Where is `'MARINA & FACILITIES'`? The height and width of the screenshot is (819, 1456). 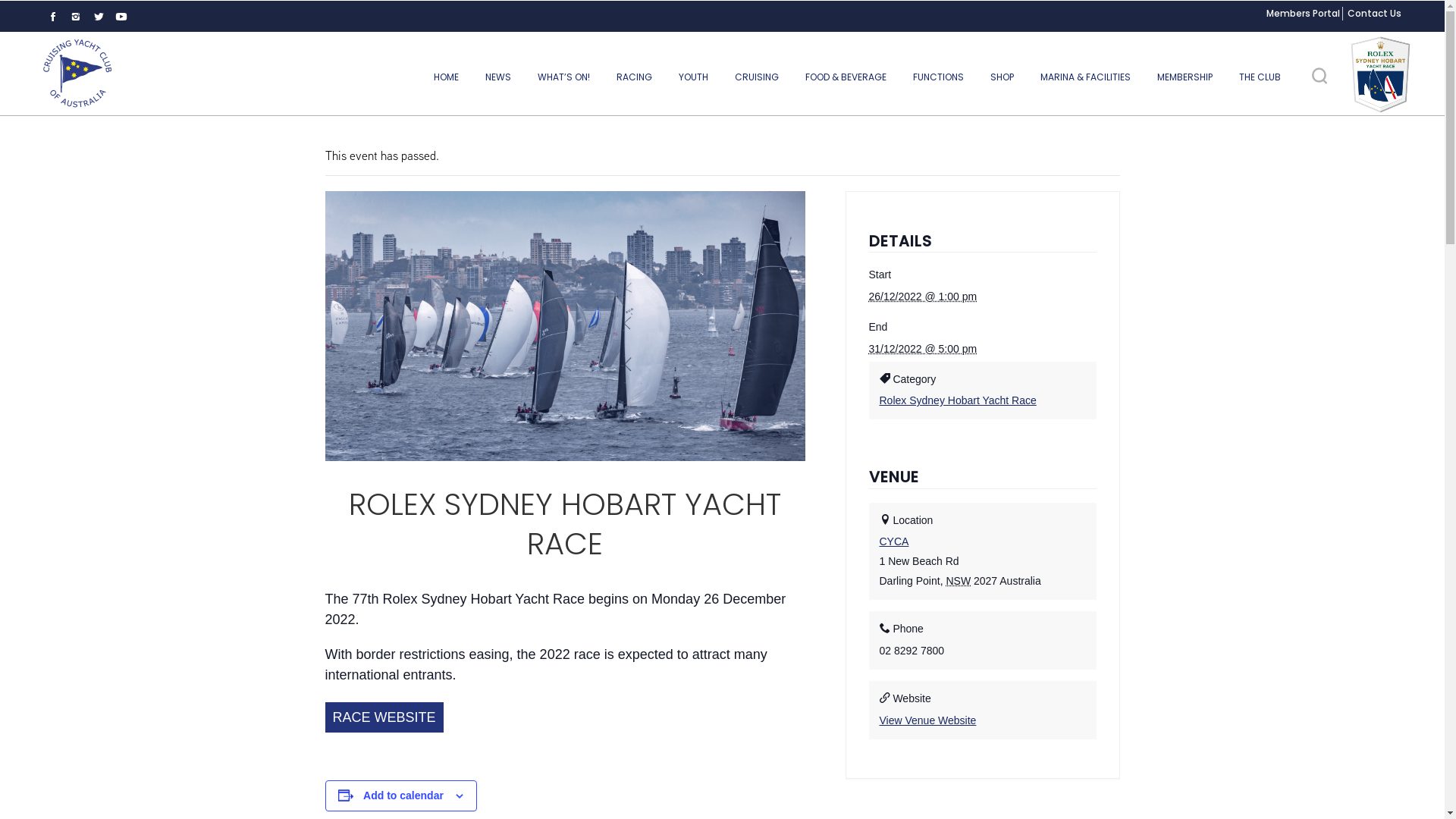 'MARINA & FACILITIES' is located at coordinates (1028, 77).